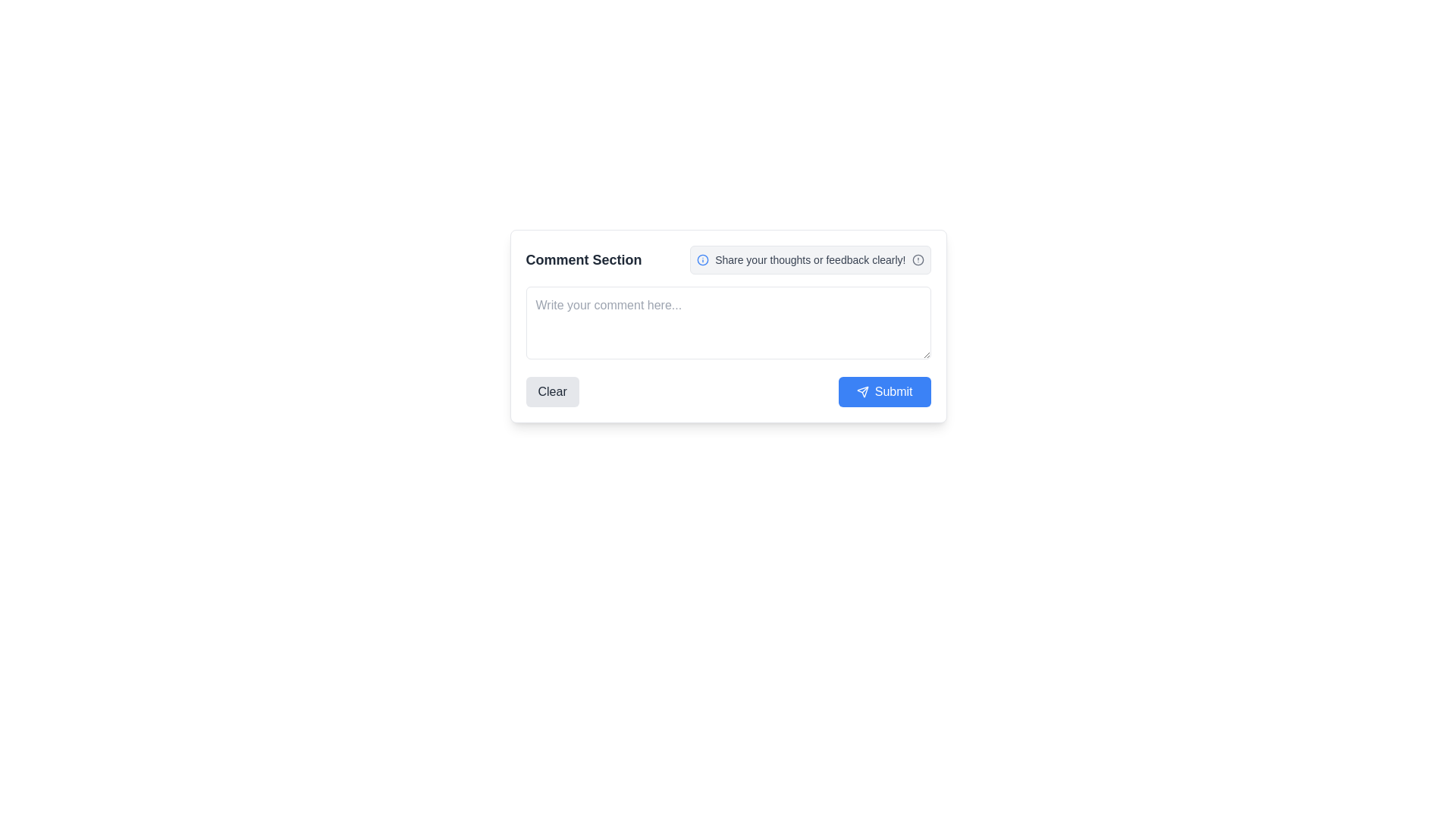 The width and height of the screenshot is (1456, 819). What do you see at coordinates (809, 259) in the screenshot?
I see `the informational text label displaying the message 'Share your thoughts or feedback clearly!' which is situated within a rounded box with a light gray background, positioned near an informational icon` at bounding box center [809, 259].